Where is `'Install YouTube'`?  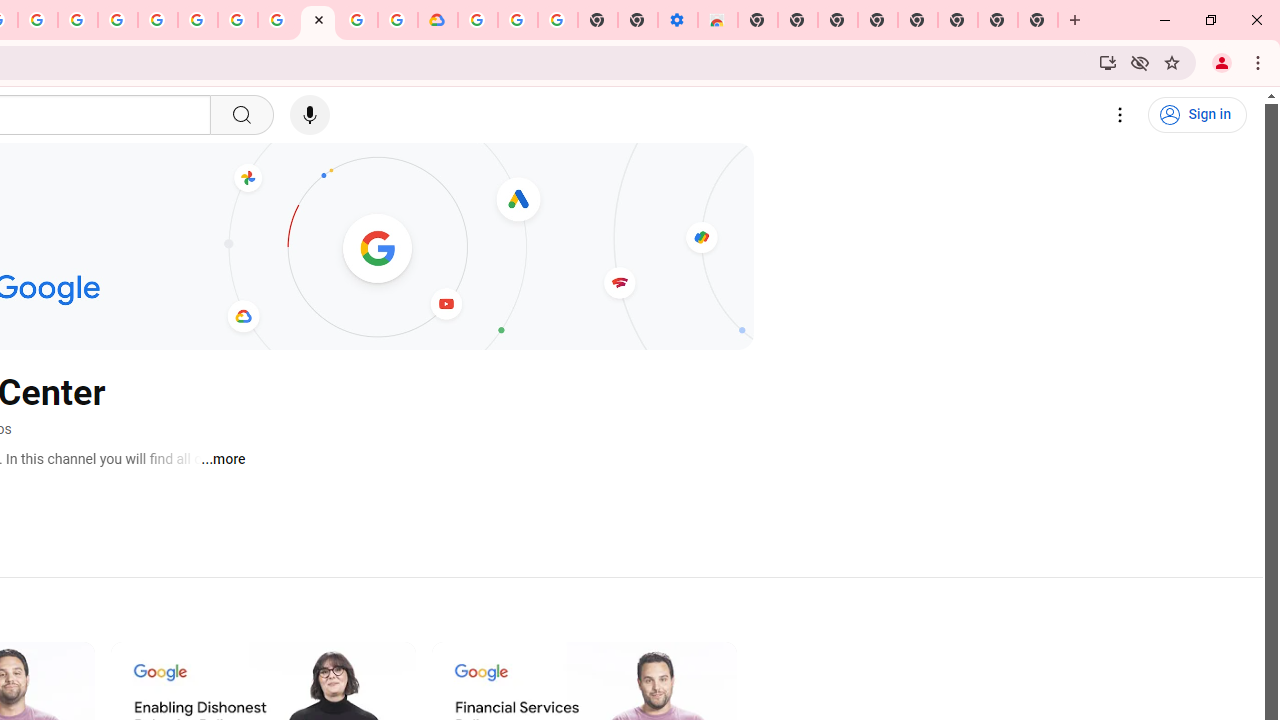
'Install YouTube' is located at coordinates (1106, 61).